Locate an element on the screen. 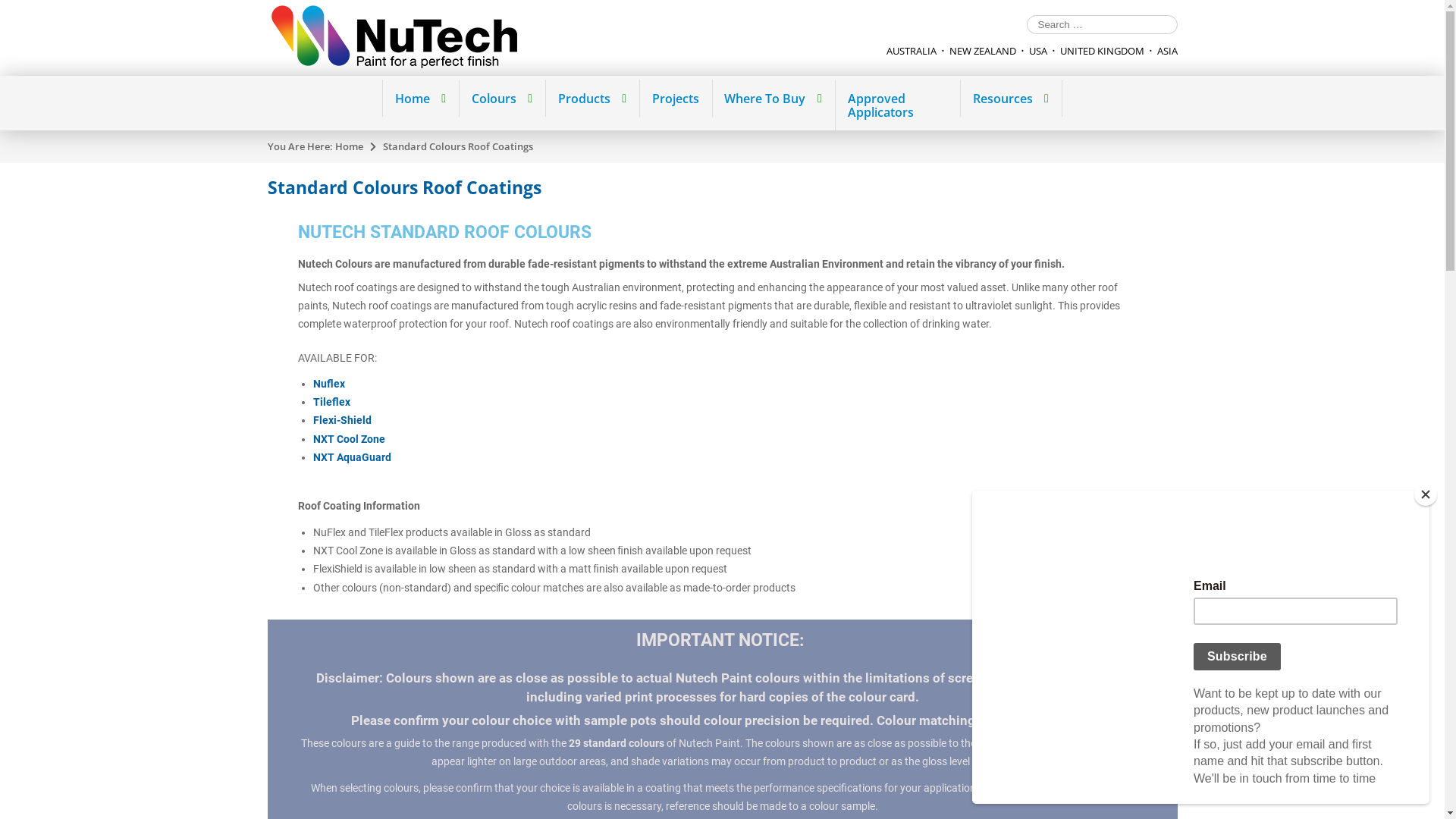 This screenshot has width=1456, height=819. 'Colours' is located at coordinates (458, 98).